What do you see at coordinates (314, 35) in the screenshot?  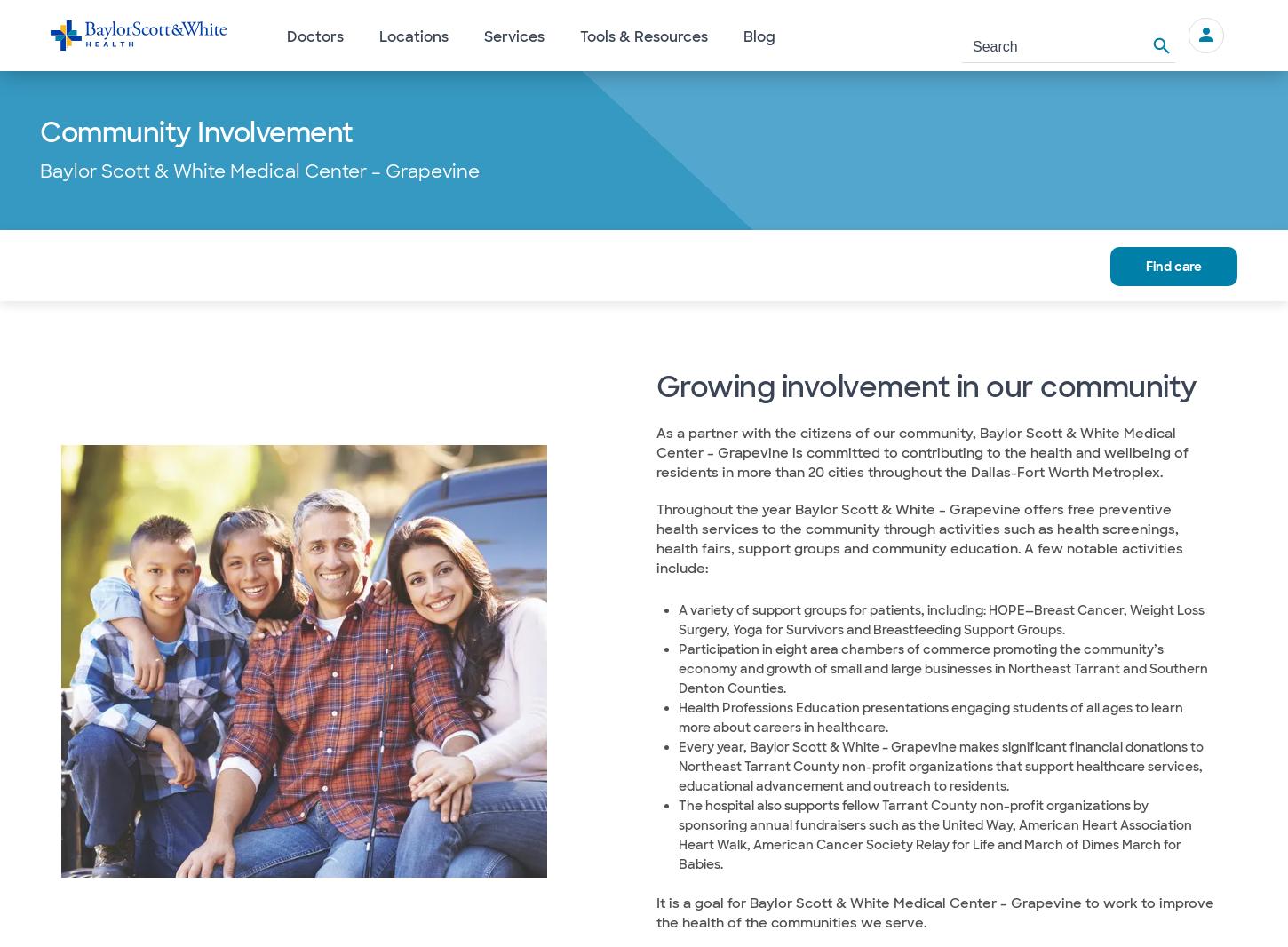 I see `'Doctors'` at bounding box center [314, 35].